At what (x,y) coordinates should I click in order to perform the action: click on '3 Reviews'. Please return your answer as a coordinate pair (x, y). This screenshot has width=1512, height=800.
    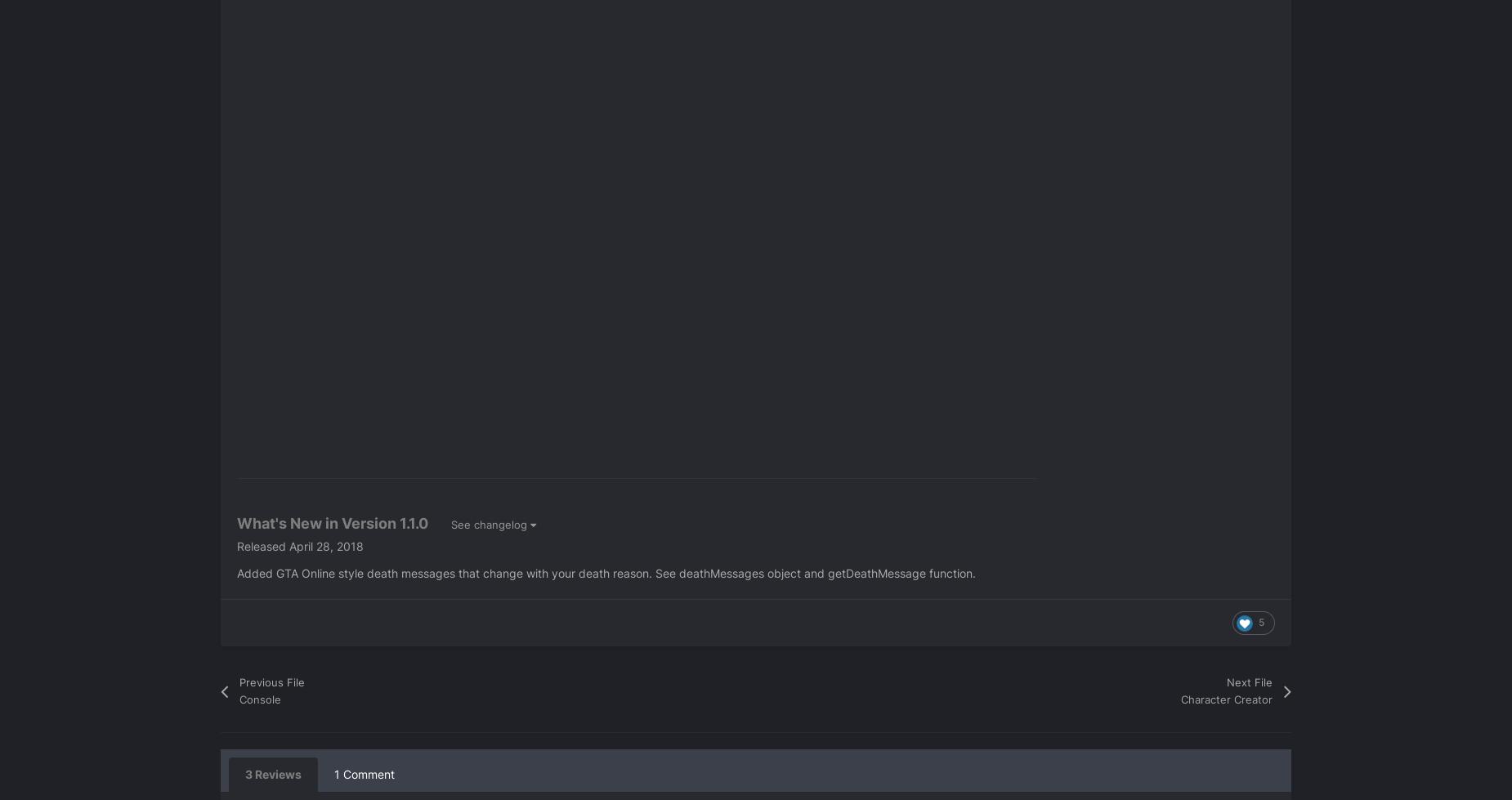
    Looking at the image, I should click on (272, 773).